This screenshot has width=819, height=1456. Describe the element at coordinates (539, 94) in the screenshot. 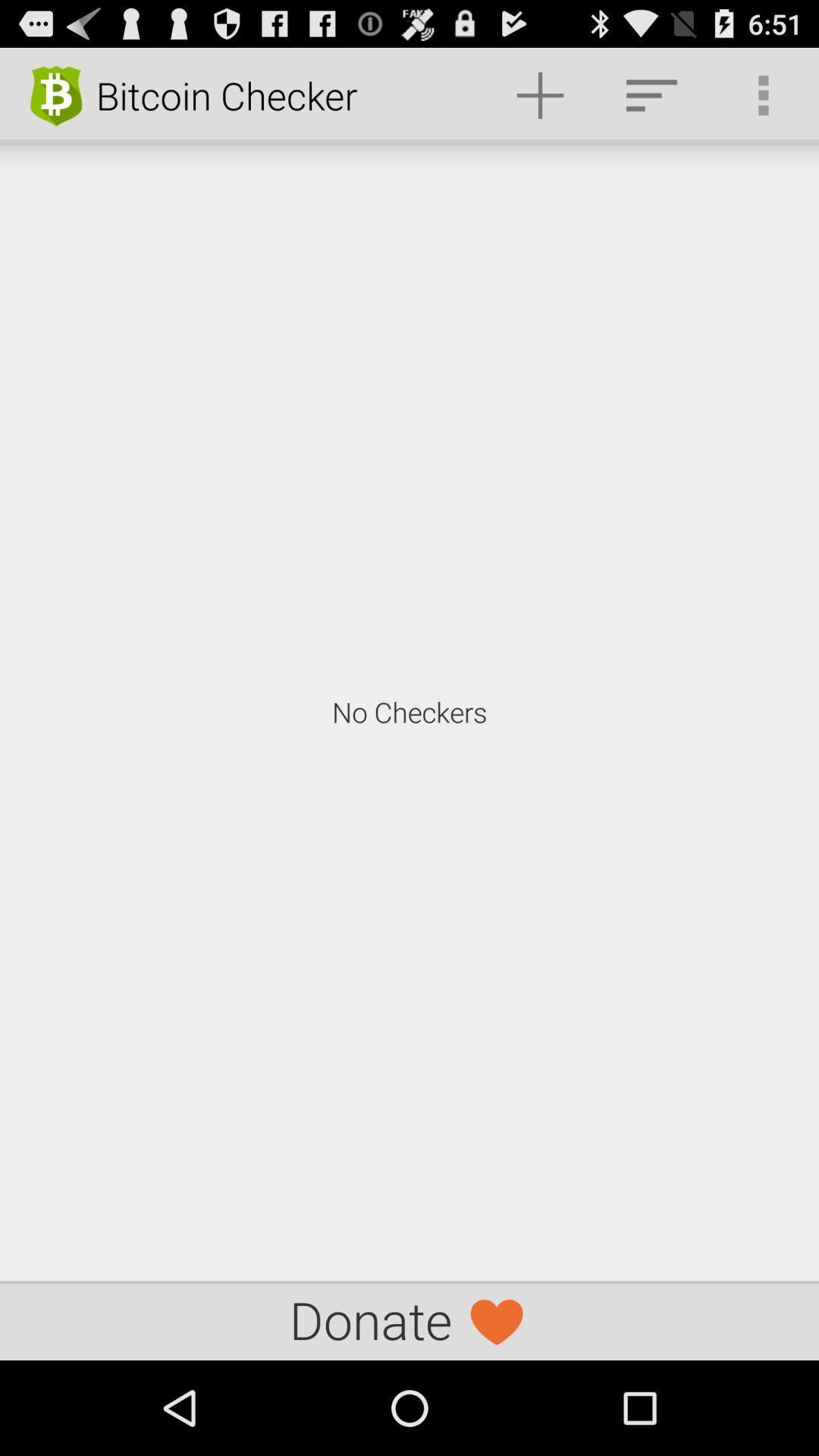

I see `the item next to bitcoin checker` at that location.